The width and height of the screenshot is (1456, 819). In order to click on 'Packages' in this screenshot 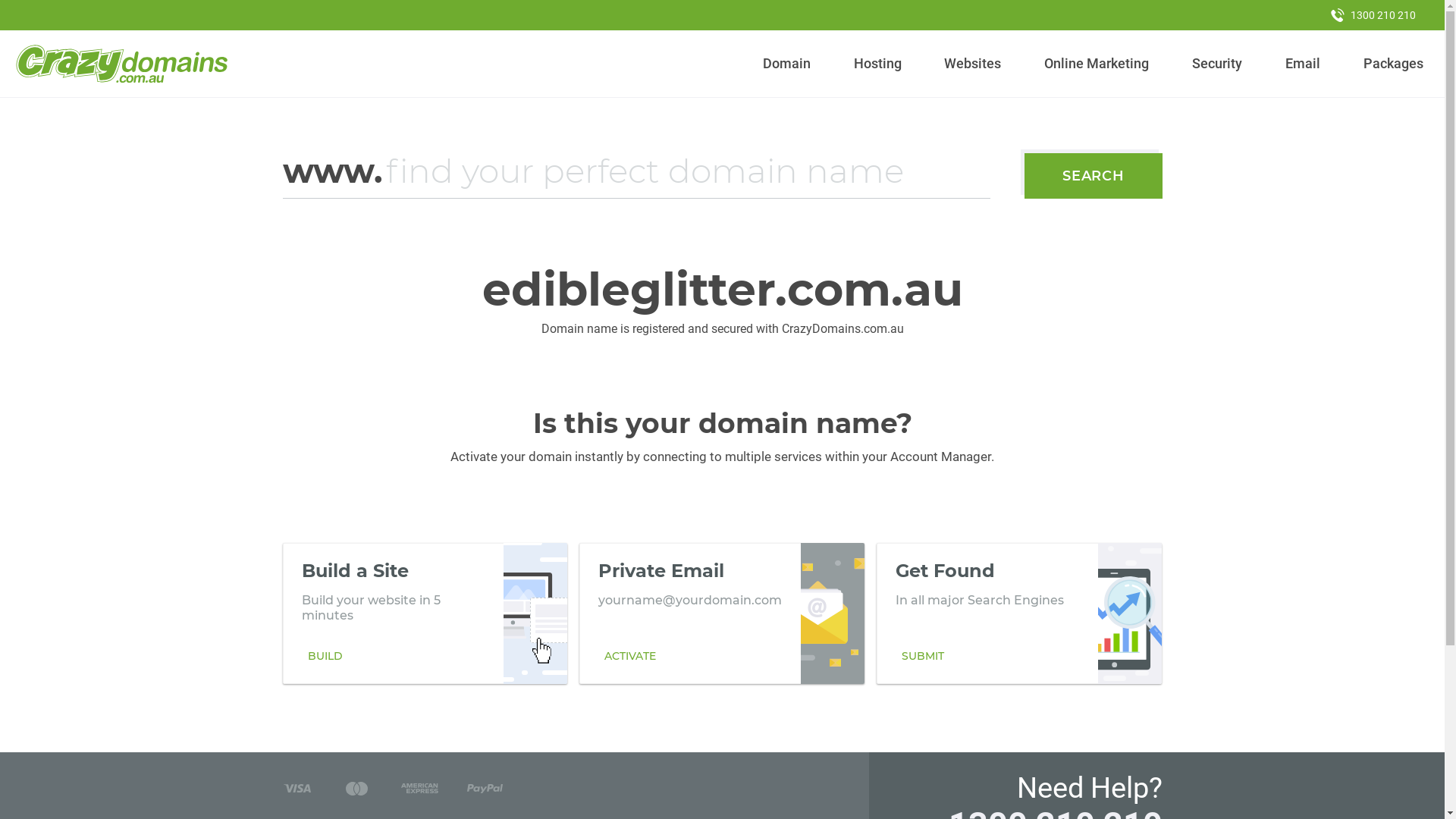, I will do `click(1357, 63)`.